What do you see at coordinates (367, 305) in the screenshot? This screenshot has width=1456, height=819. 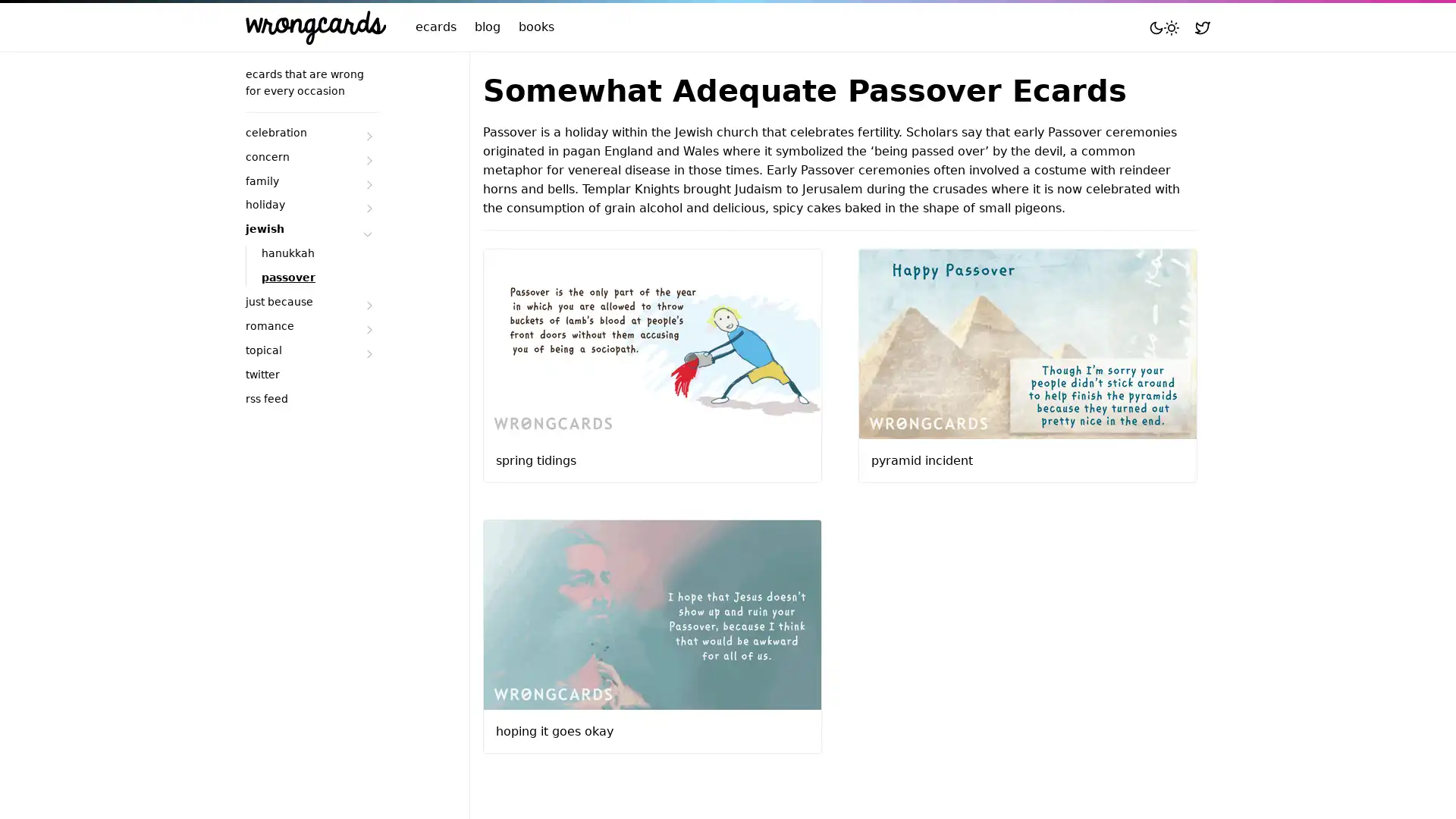 I see `Submenu` at bounding box center [367, 305].